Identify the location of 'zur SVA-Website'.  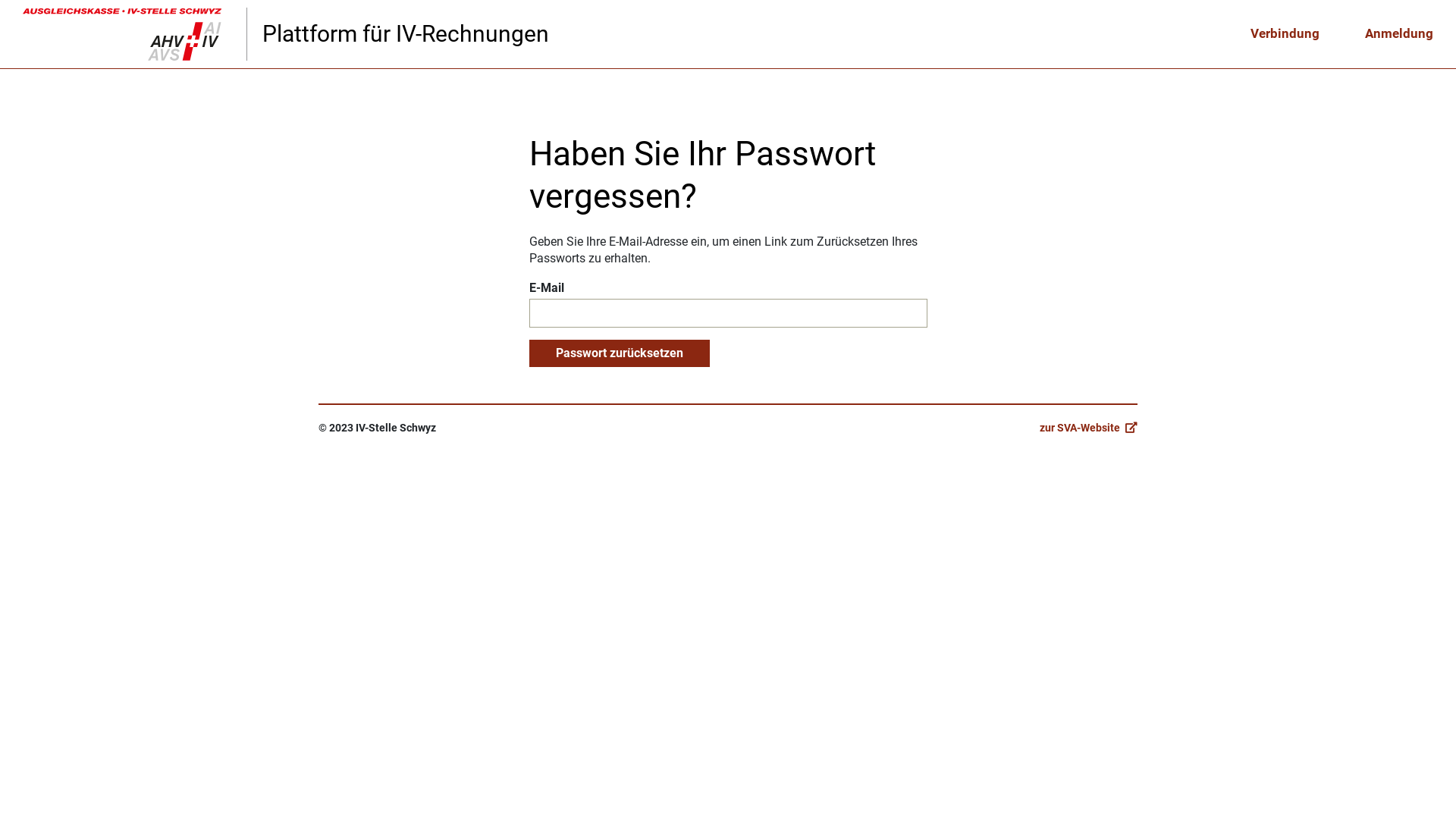
(1039, 427).